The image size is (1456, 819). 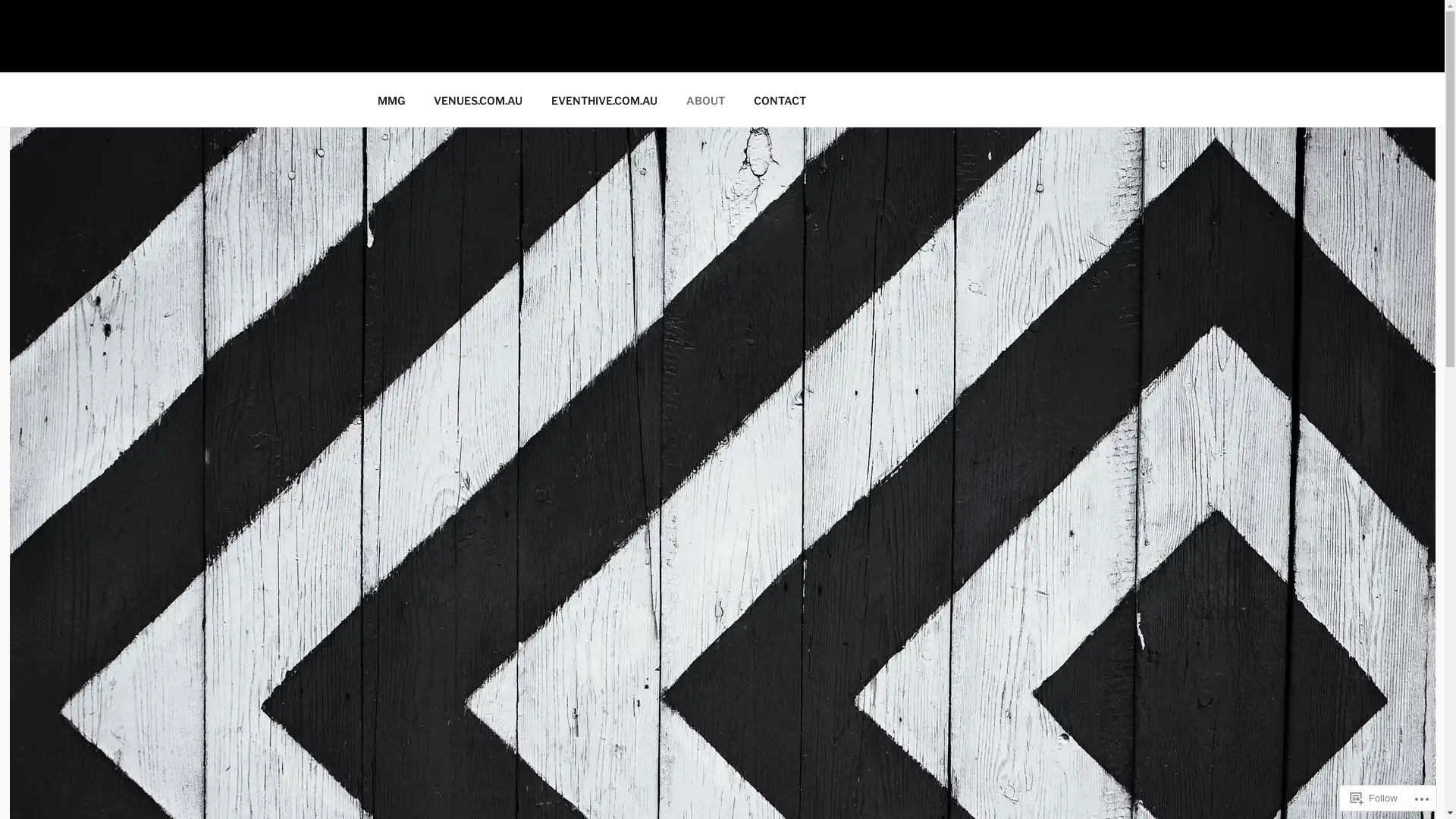 What do you see at coordinates (604, 100) in the screenshot?
I see `'EVENTHIVE.COM.AU'` at bounding box center [604, 100].